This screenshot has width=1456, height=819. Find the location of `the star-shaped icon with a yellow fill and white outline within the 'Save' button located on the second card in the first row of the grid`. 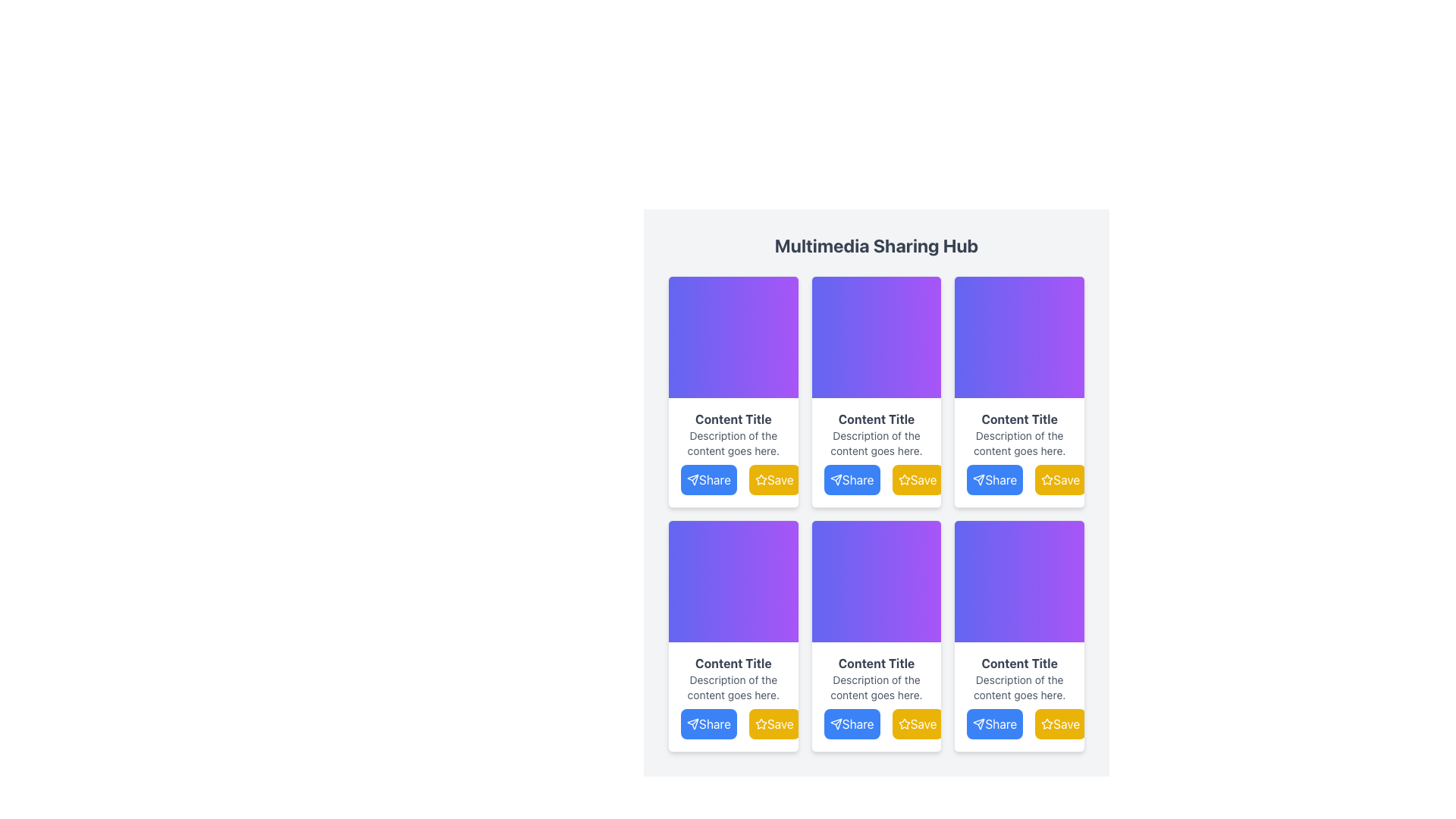

the star-shaped icon with a yellow fill and white outline within the 'Save' button located on the second card in the first row of the grid is located at coordinates (761, 479).